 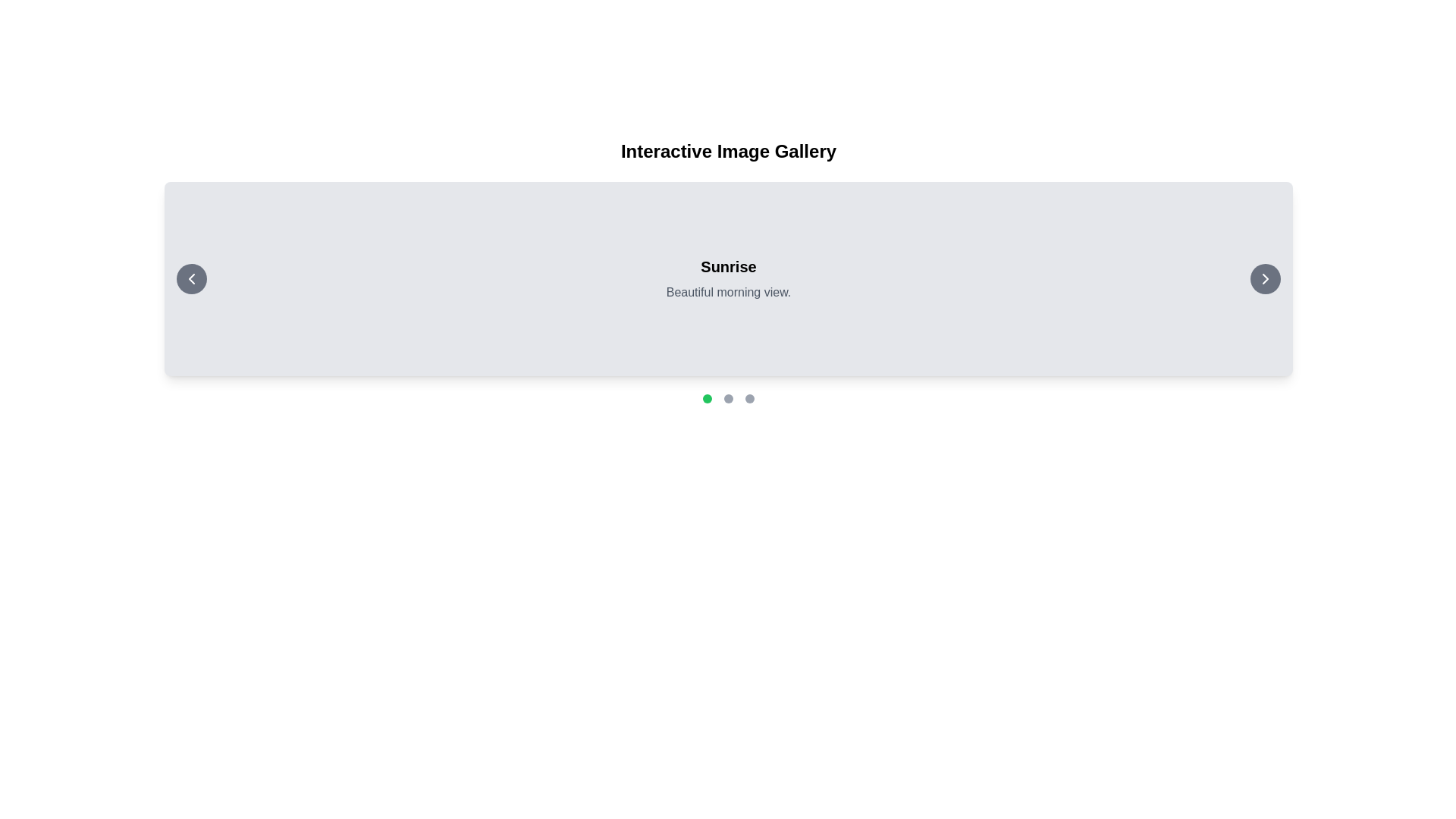 I want to click on the second circular gray-filled navigation indicator located under the 'Interactive Image Gallery' section for focus indication, so click(x=728, y=397).